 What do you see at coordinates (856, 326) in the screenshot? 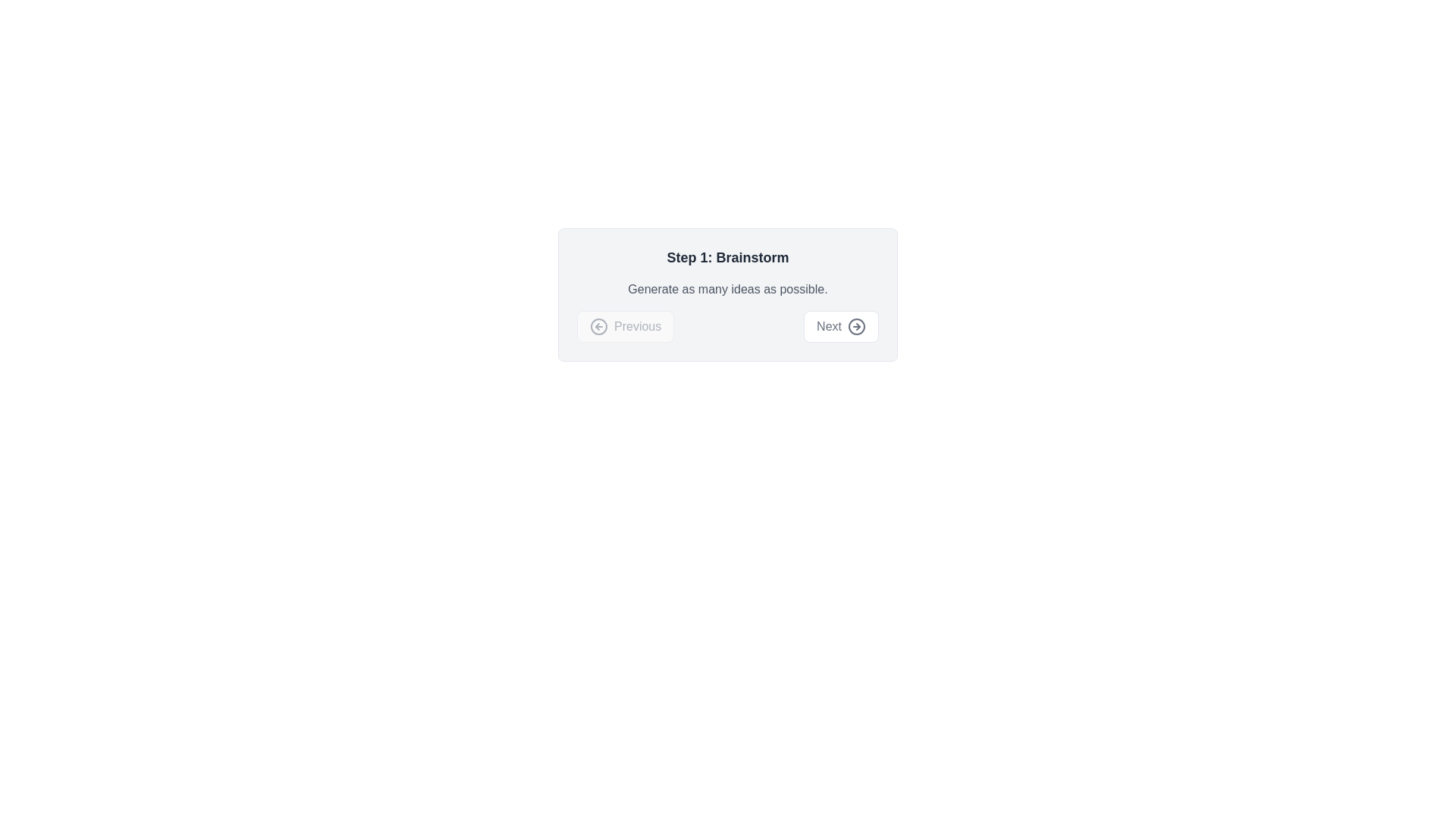
I see `the icon located within the 'Next' button at the bottom right of the dialog box` at bounding box center [856, 326].